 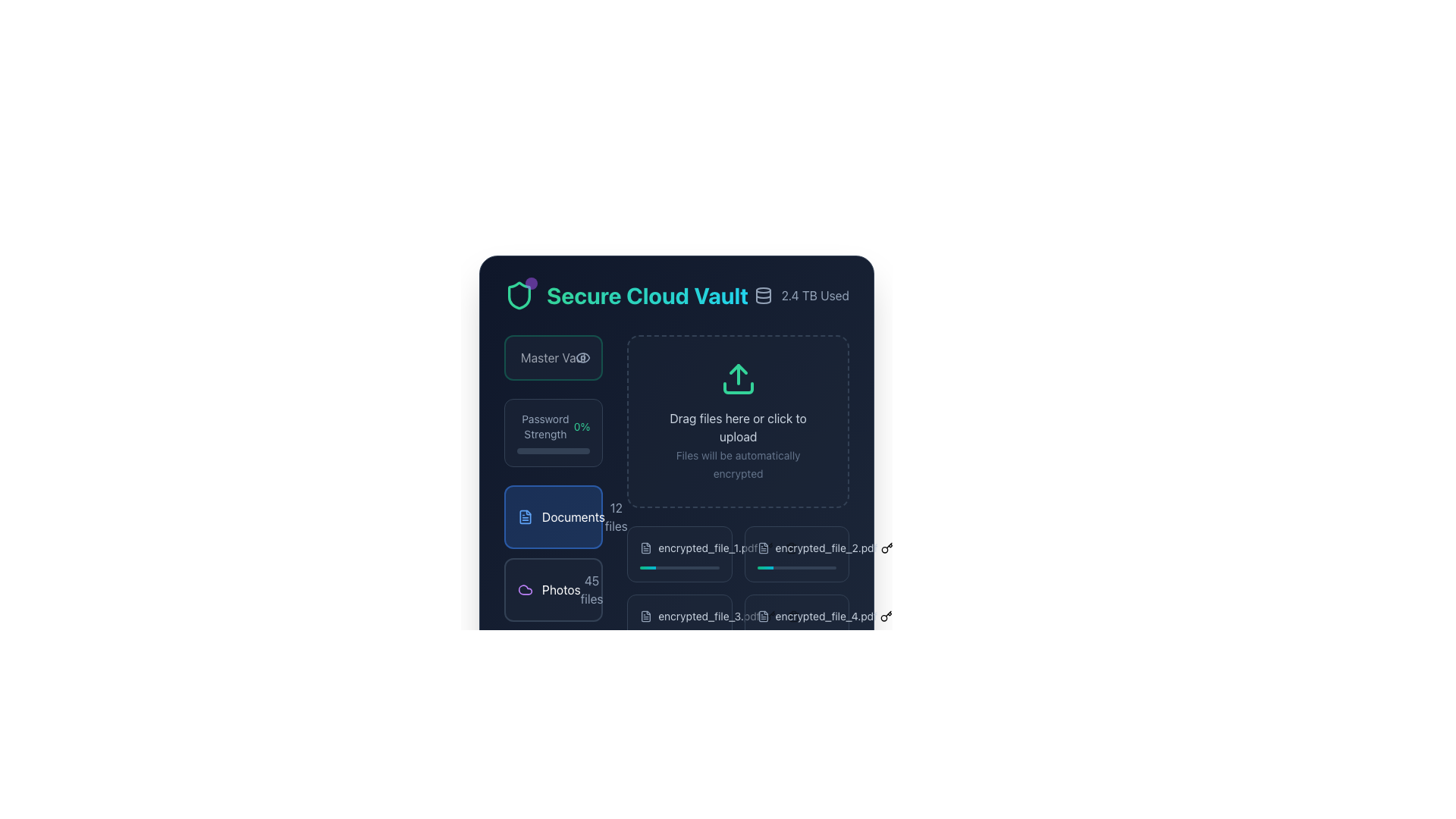 I want to click on the Text display label that shows the filename of the uploaded or stored file, located at the bottom right of the interface beneath the 'Documents' section, so click(x=825, y=617).